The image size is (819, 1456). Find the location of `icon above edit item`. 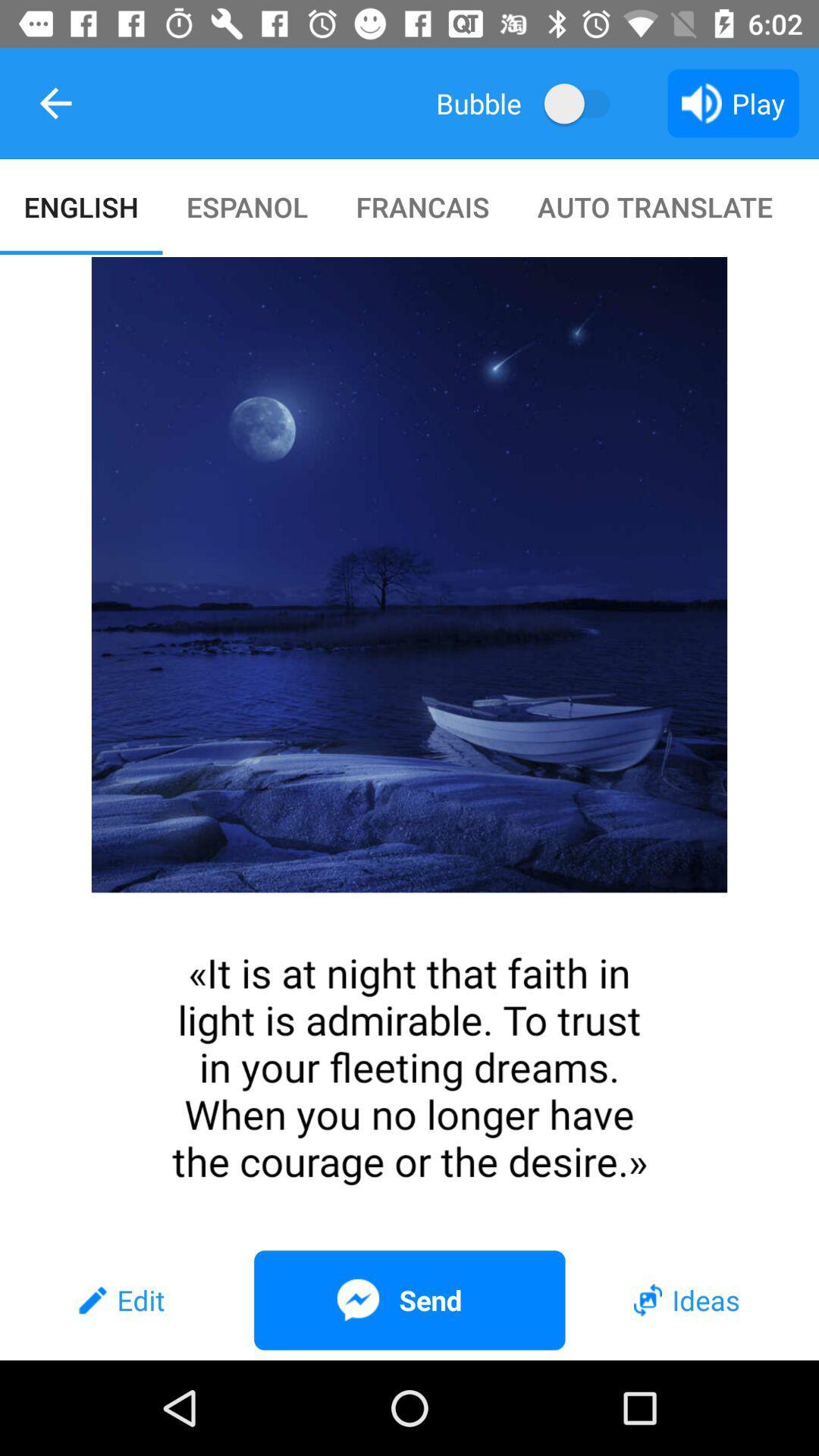

icon above edit item is located at coordinates (409, 748).